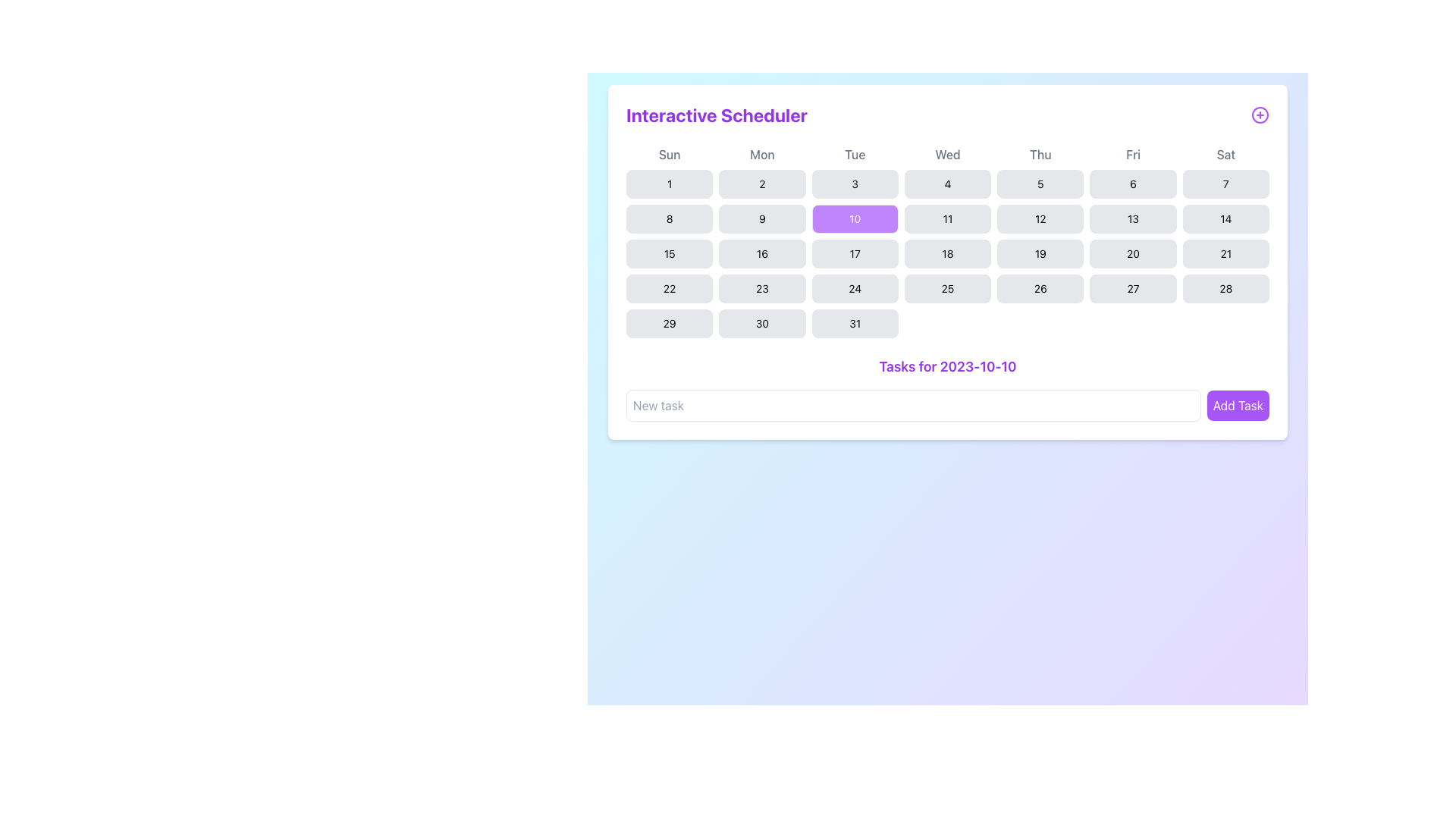  What do you see at coordinates (946, 262) in the screenshot?
I see `a specific date cell in the Interactive Scheduler calendar component` at bounding box center [946, 262].